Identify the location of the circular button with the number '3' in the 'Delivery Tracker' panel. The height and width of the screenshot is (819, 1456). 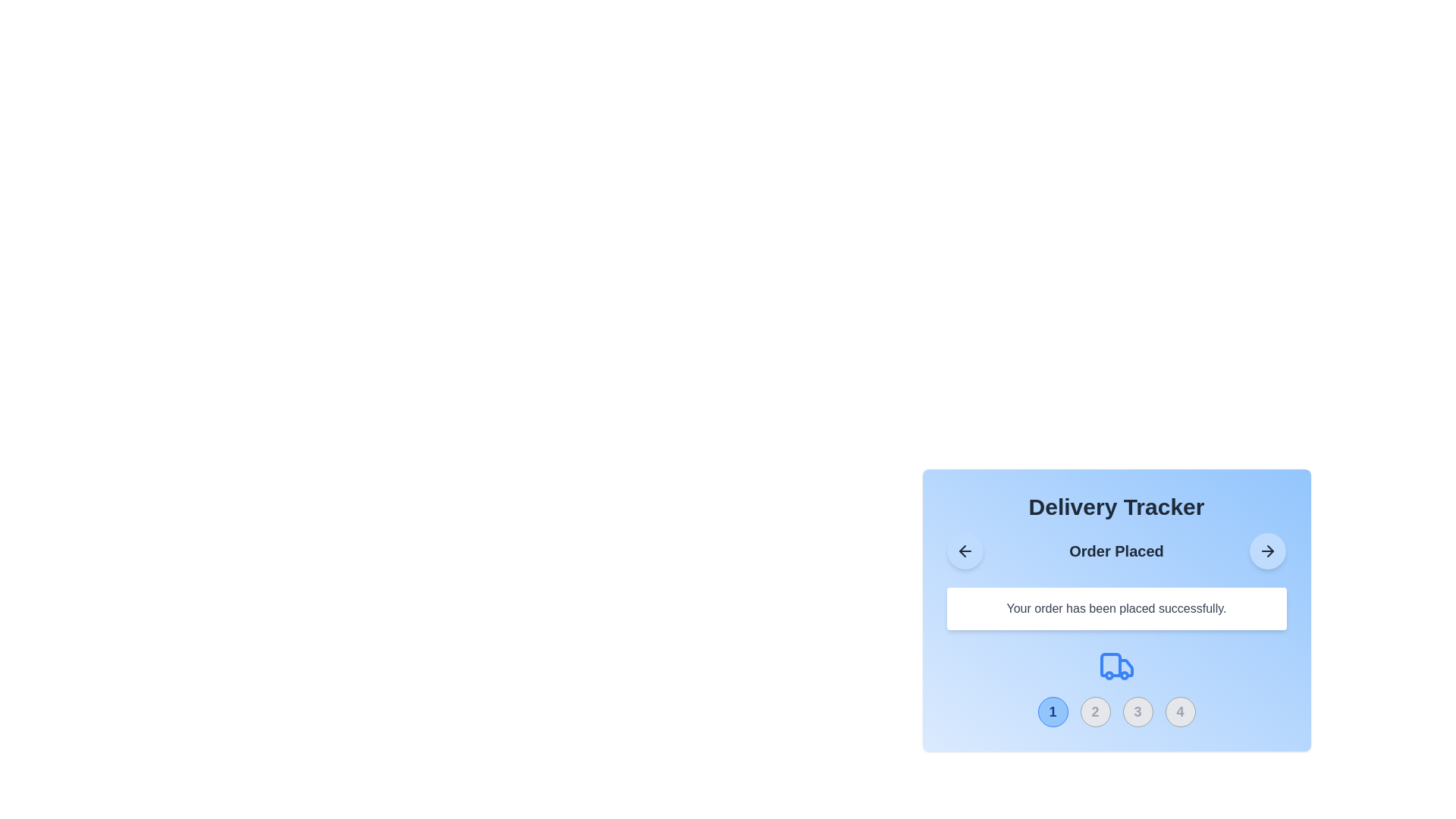
(1137, 711).